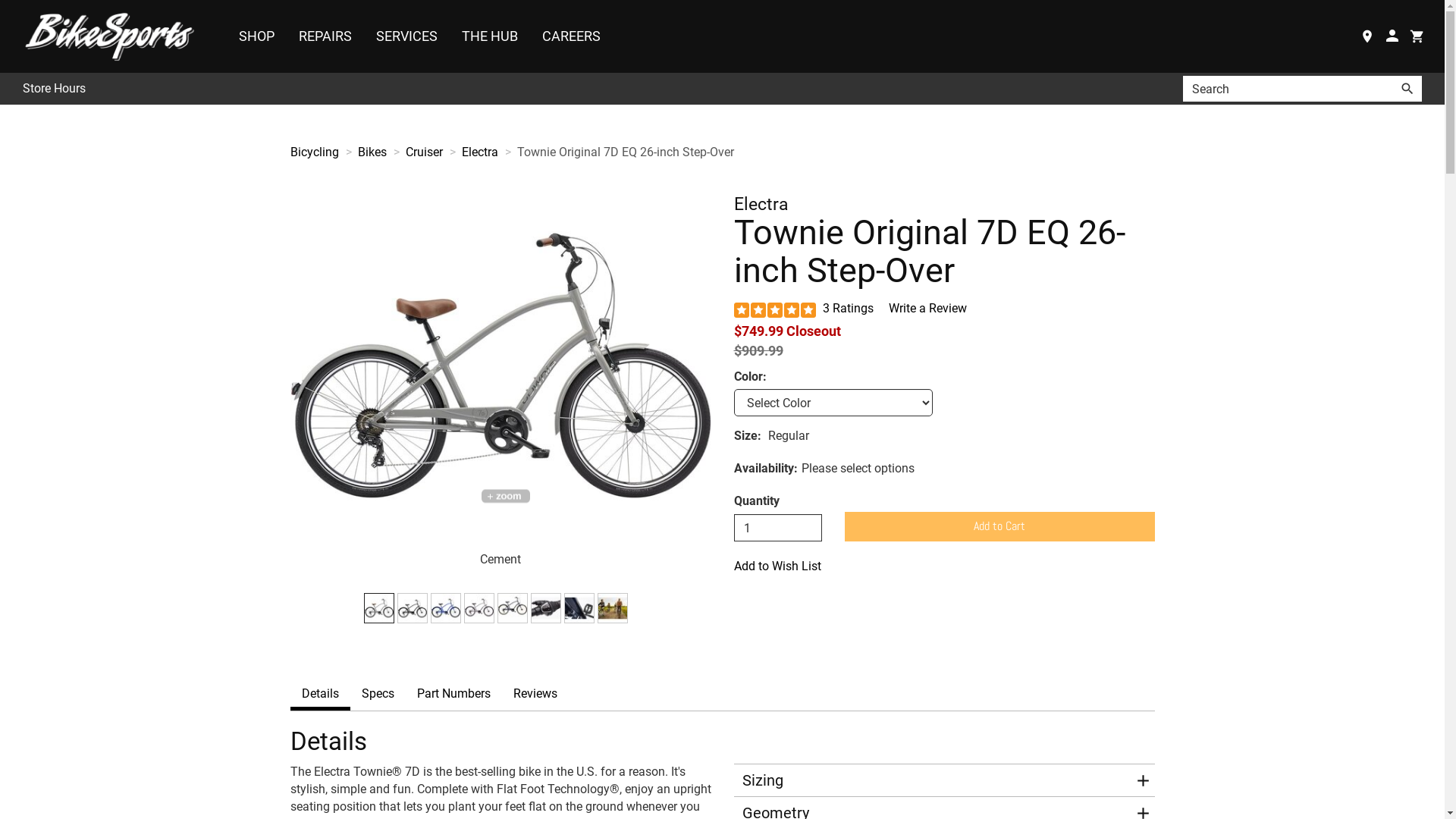 The width and height of the screenshot is (1456, 819). Describe the element at coordinates (1379, 35) in the screenshot. I see `'Account'` at that location.